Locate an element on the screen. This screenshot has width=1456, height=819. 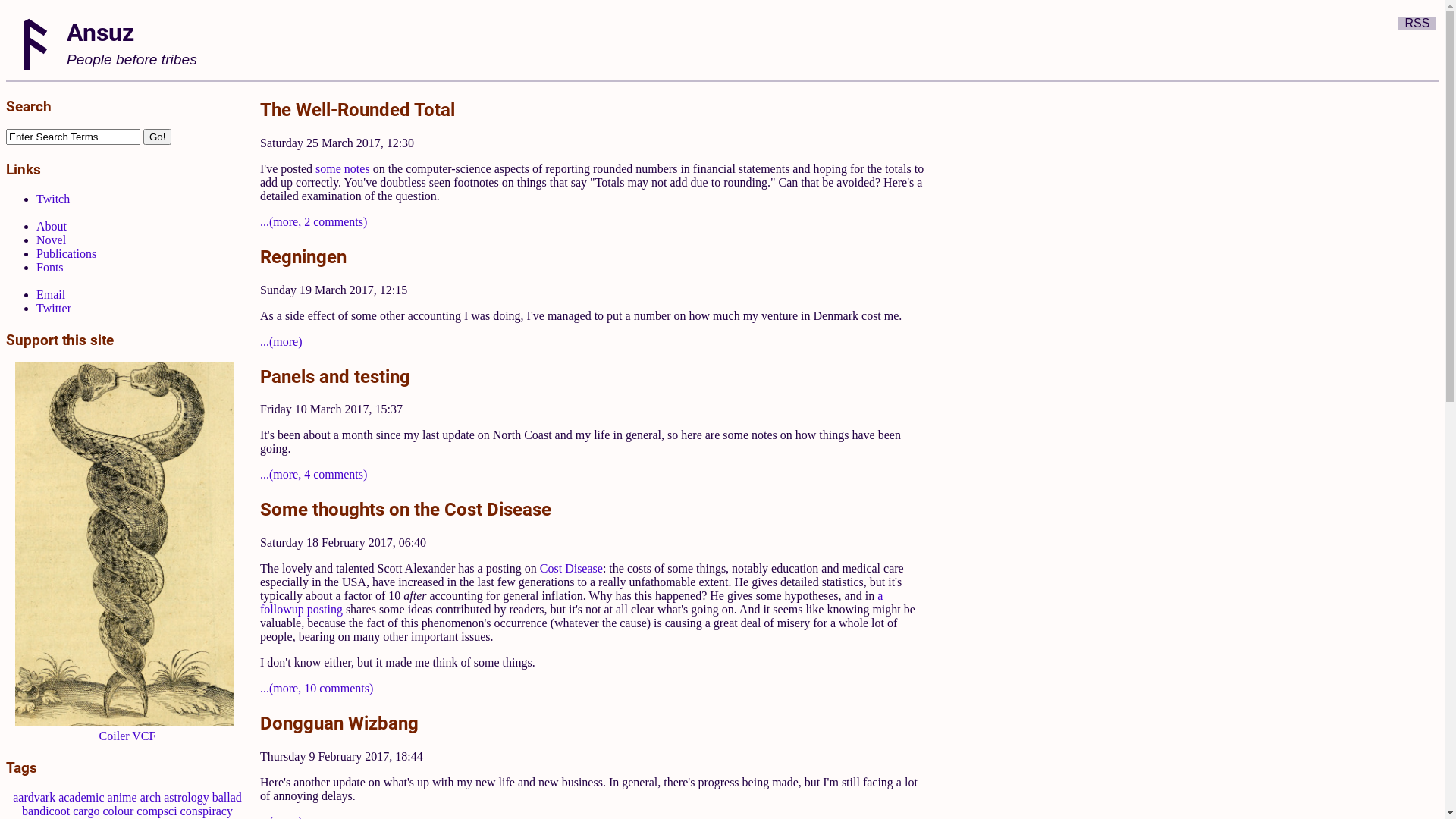
'some notes' is located at coordinates (341, 168).